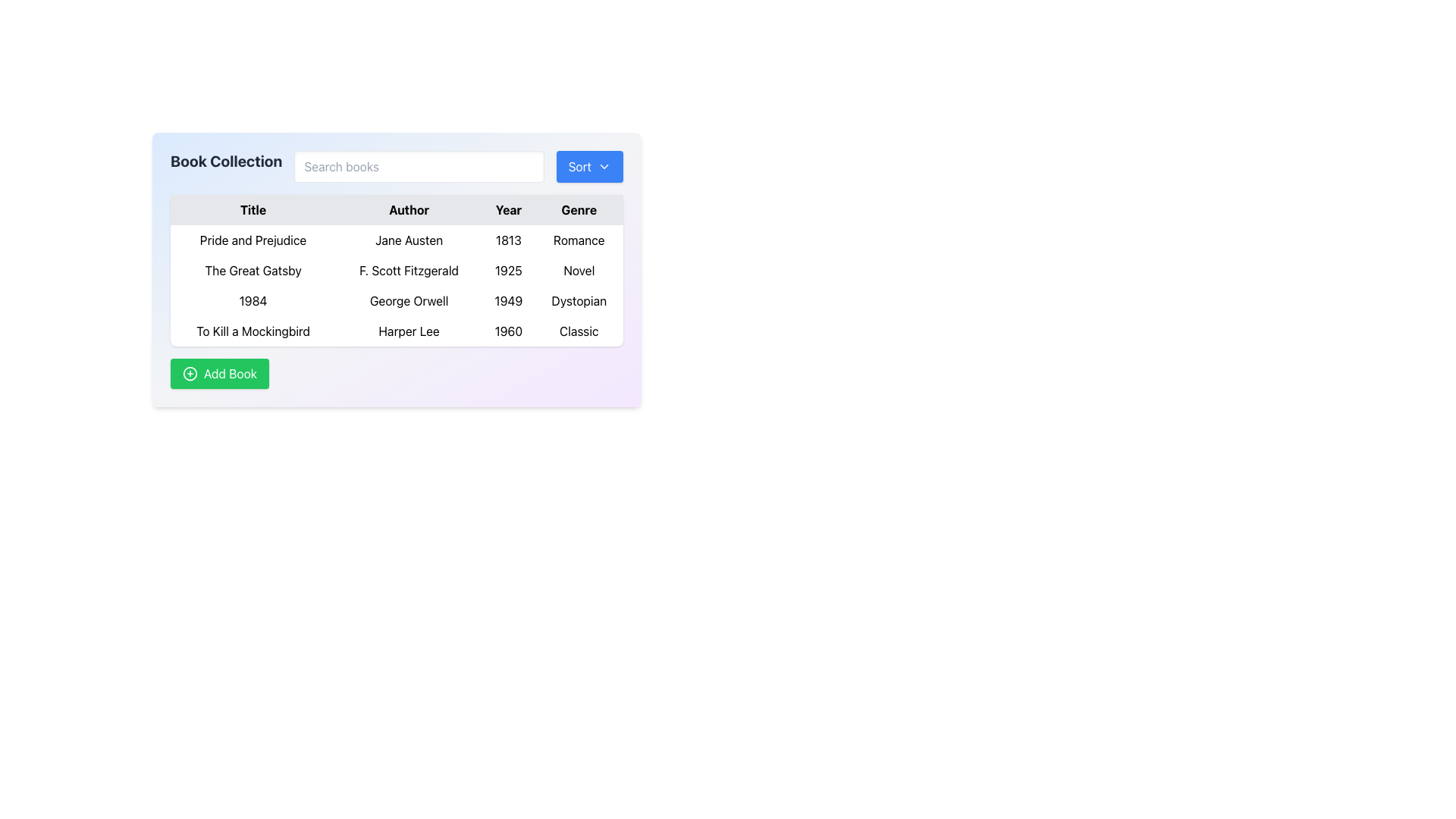  Describe the element at coordinates (397, 270) in the screenshot. I see `the table row displaying 'The Great Gatsby' by F. Scott Fitzgerald` at that location.